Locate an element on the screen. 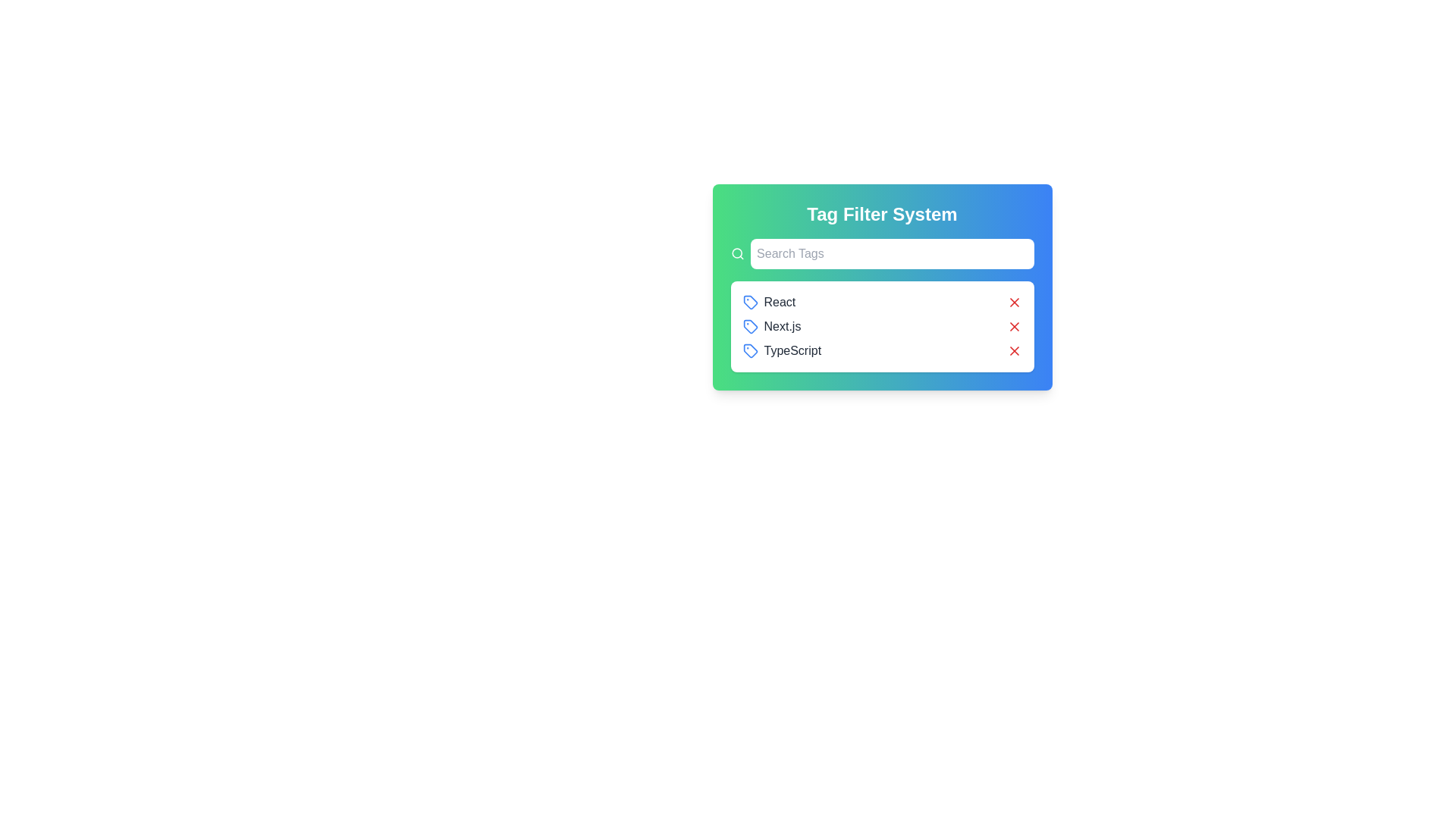  the first selectable tag label that displays 'React' with a blue outlined tag icon is located at coordinates (769, 302).